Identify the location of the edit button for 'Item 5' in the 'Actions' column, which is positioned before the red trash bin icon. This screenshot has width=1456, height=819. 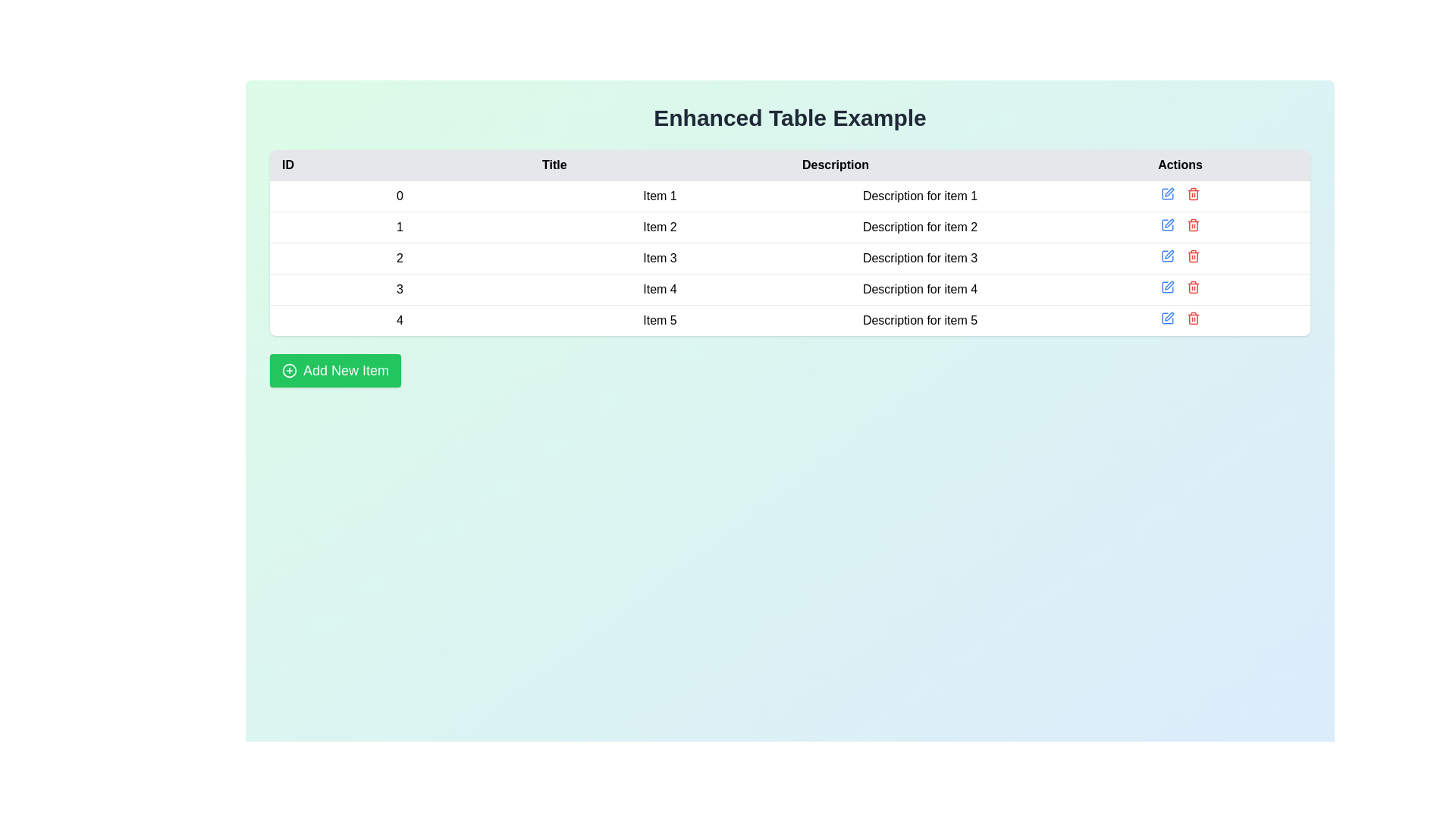
(1166, 318).